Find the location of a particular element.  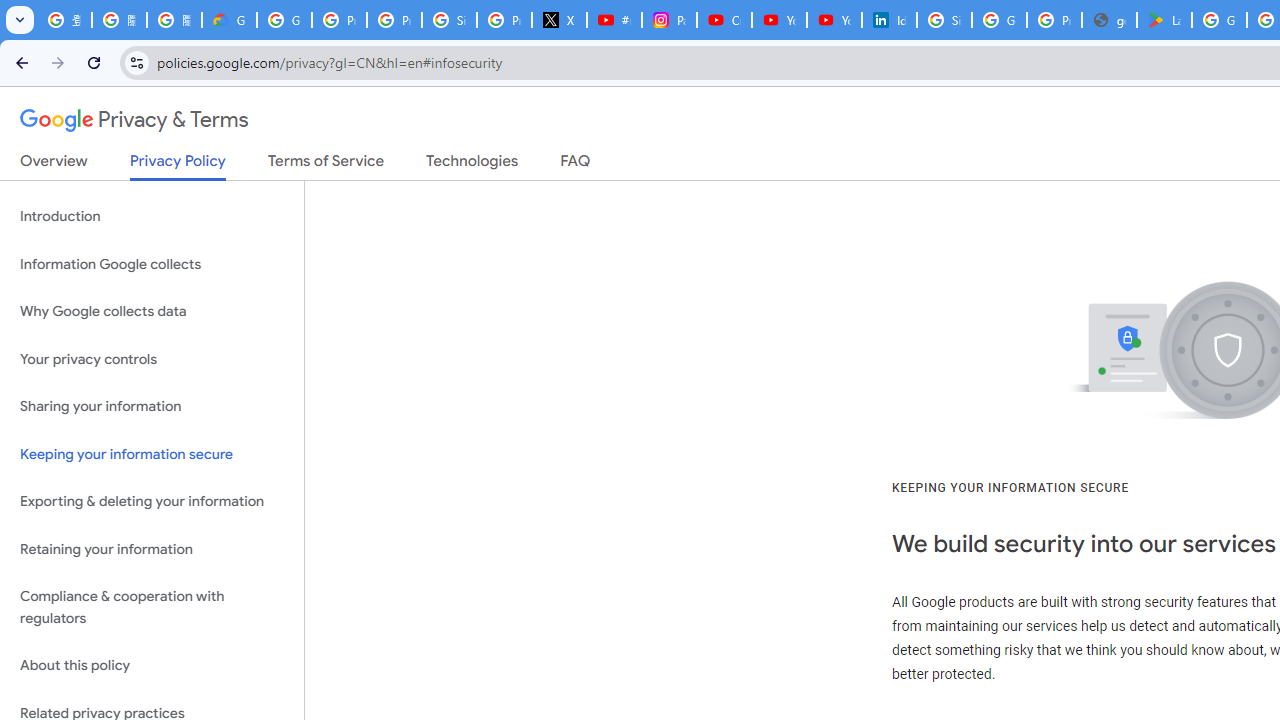

'Google Cloud Privacy Notice' is located at coordinates (229, 20).